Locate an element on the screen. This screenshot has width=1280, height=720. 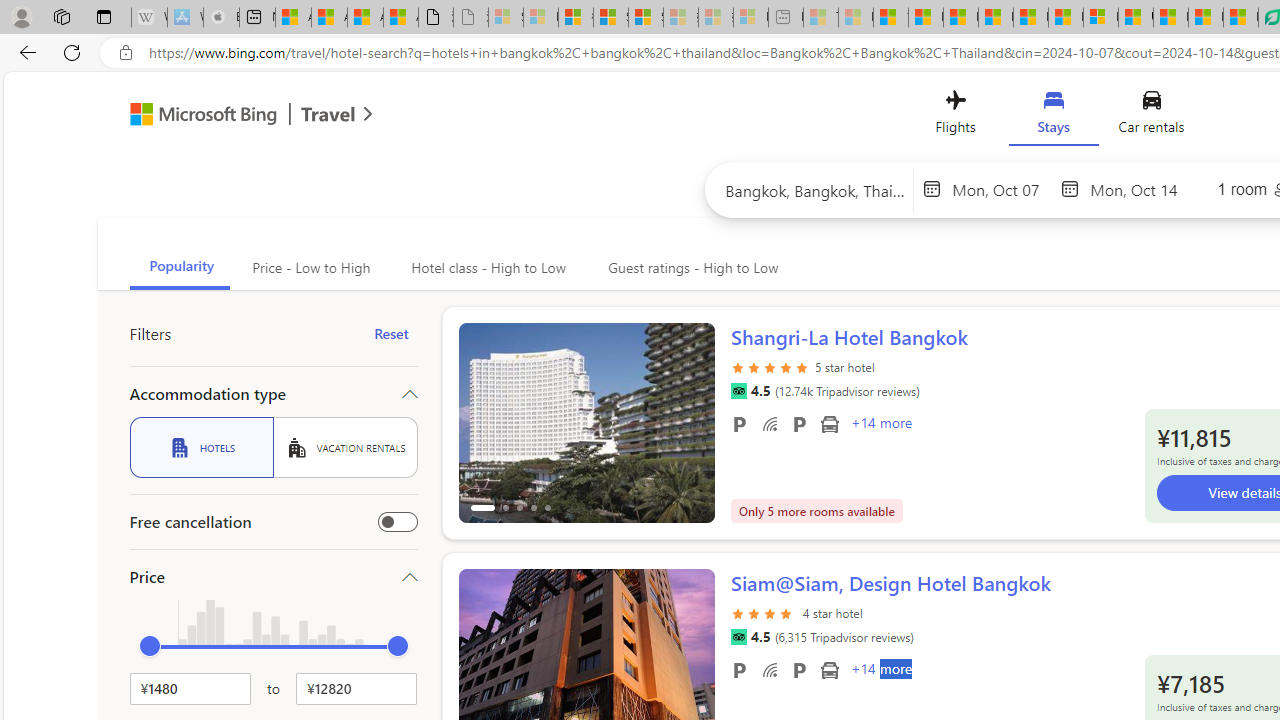
'VACATION RENTALS' is located at coordinates (345, 446).